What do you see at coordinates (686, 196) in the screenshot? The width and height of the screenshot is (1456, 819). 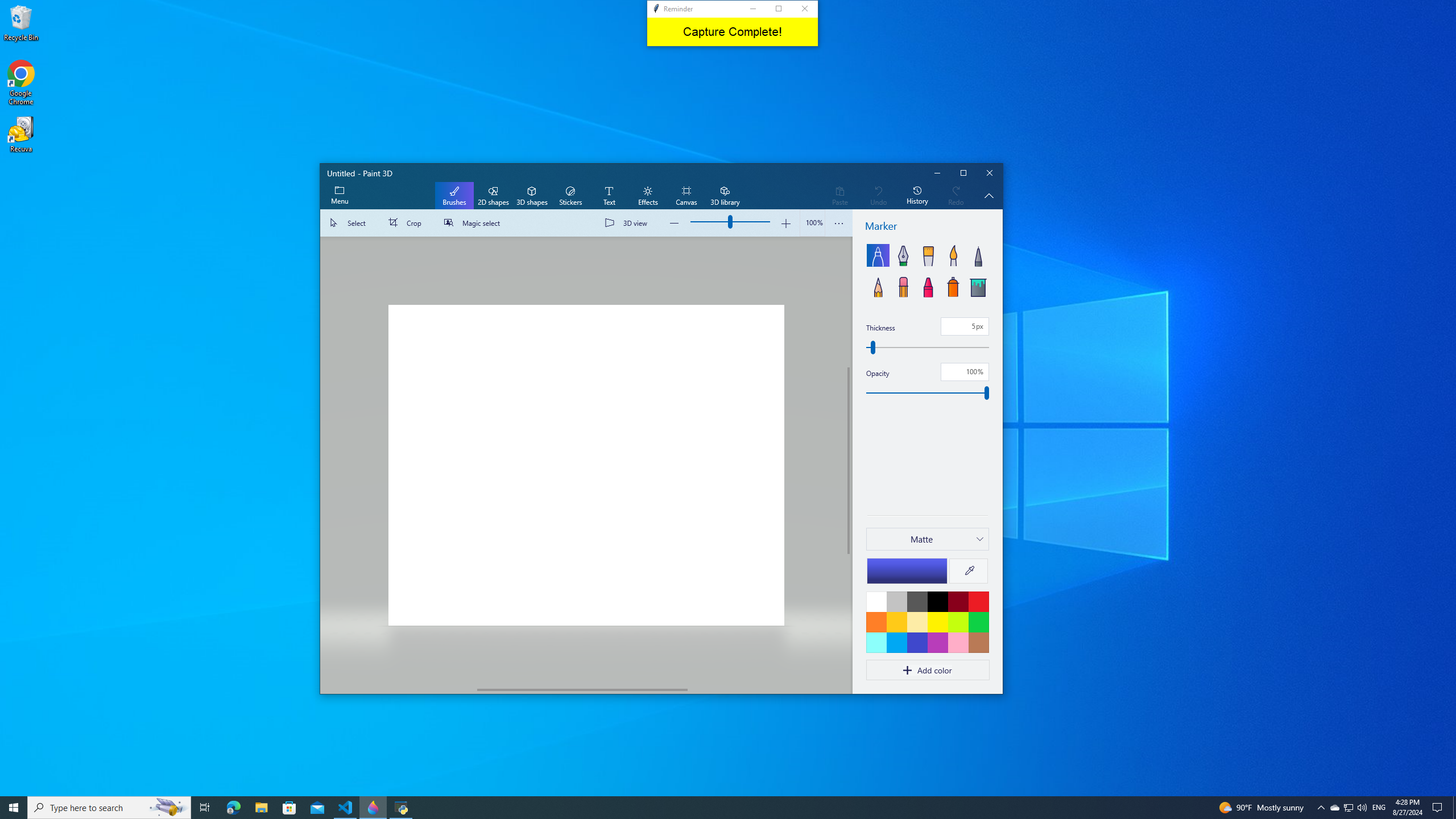 I see `'Canvas'` at bounding box center [686, 196].